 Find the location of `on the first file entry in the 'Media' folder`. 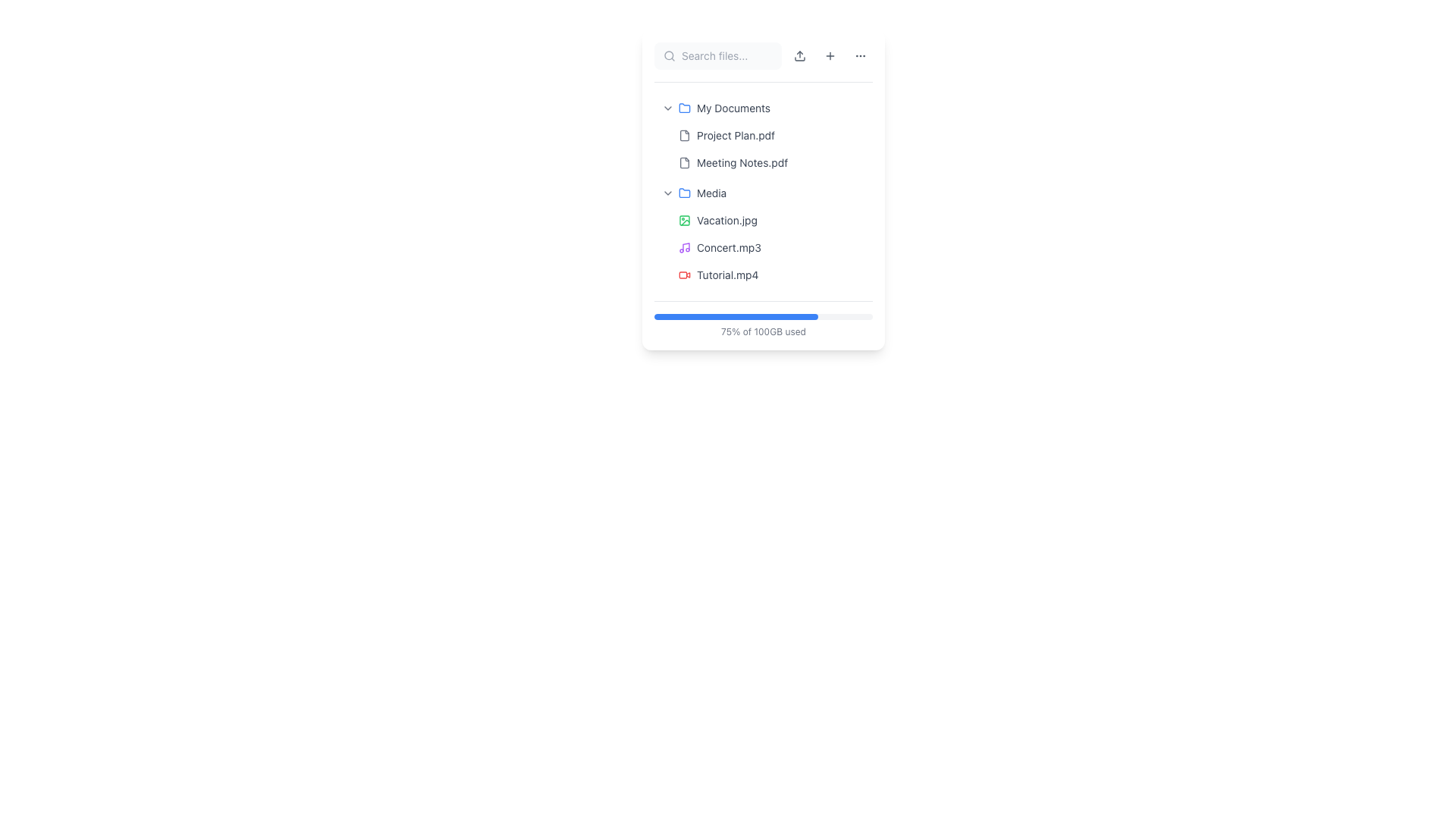

on the first file entry in the 'Media' folder is located at coordinates (772, 220).